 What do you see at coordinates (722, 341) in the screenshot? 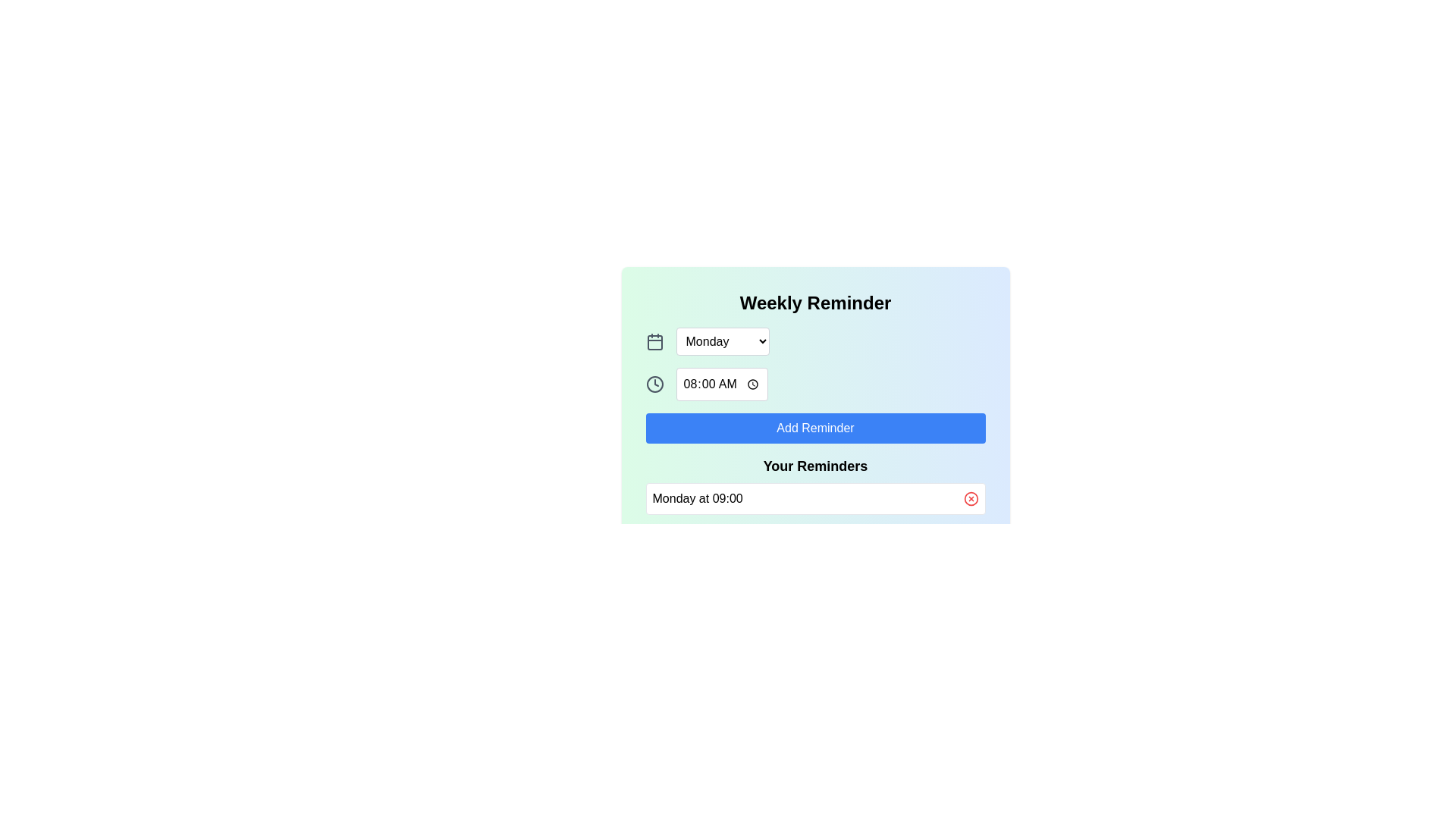
I see `the dropdown arrow of the Weekly Reminder dropdown menu` at bounding box center [722, 341].